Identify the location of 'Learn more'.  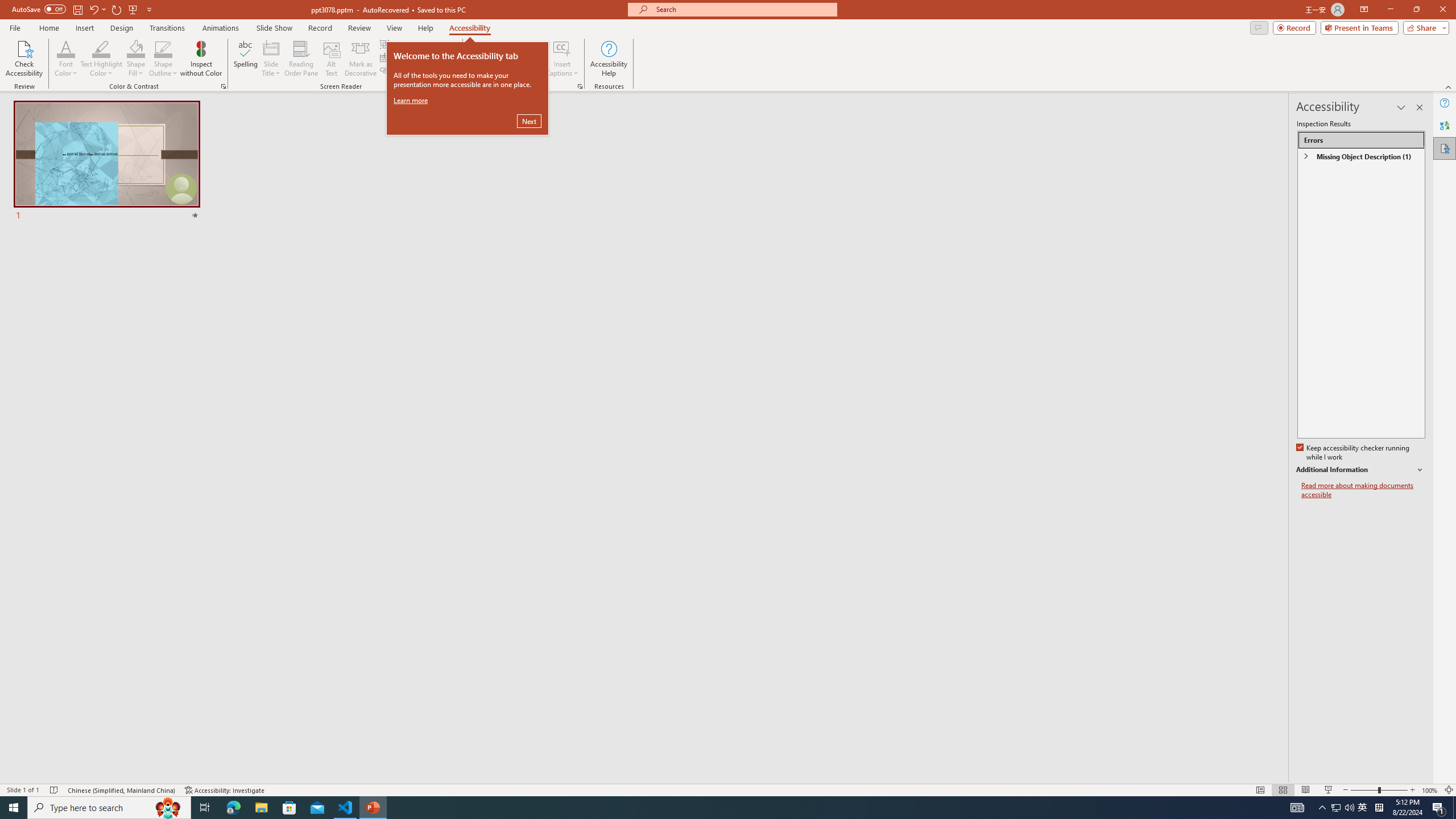
(411, 100).